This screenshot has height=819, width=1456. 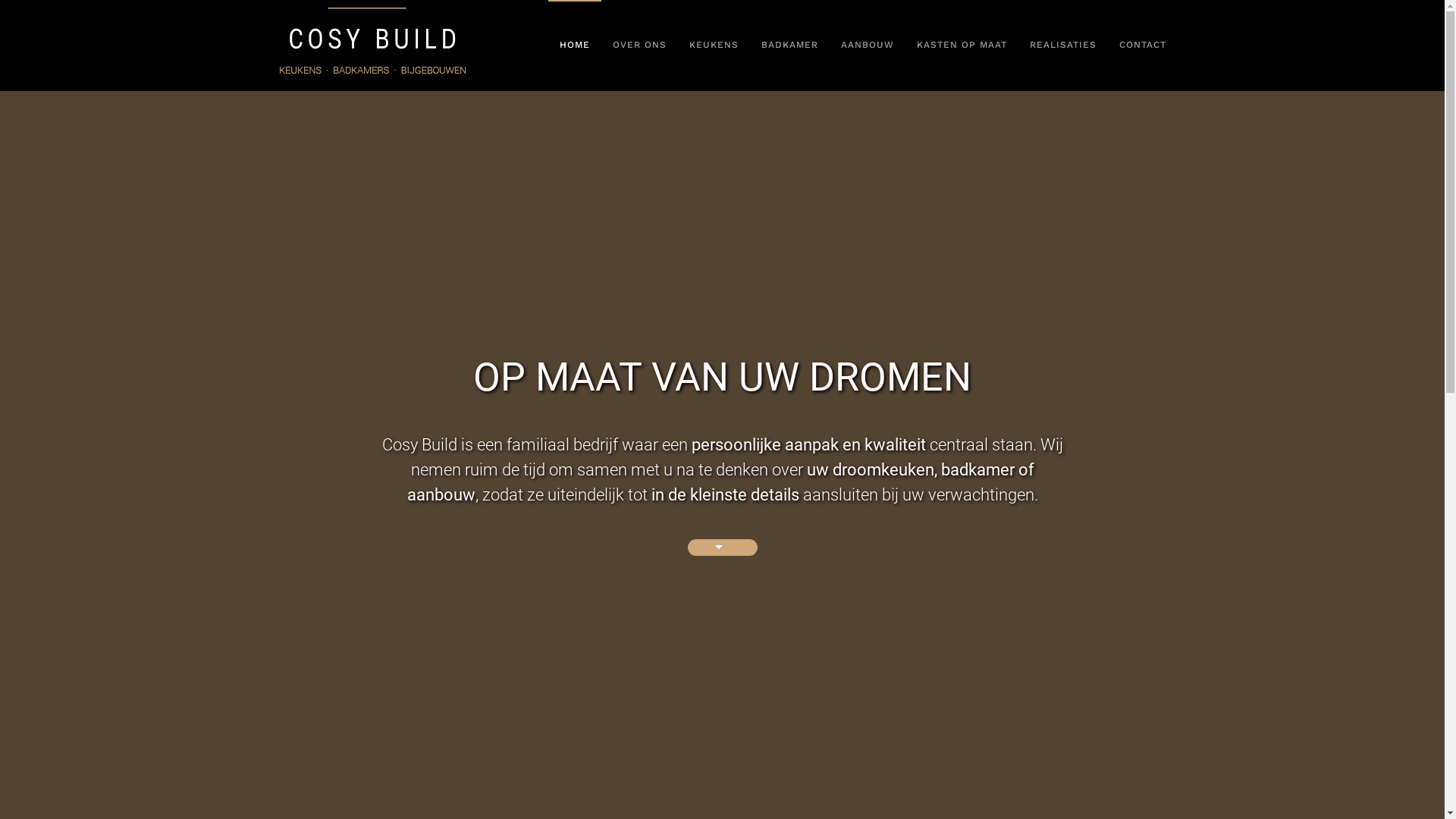 I want to click on 'HOME', so click(x=573, y=45).